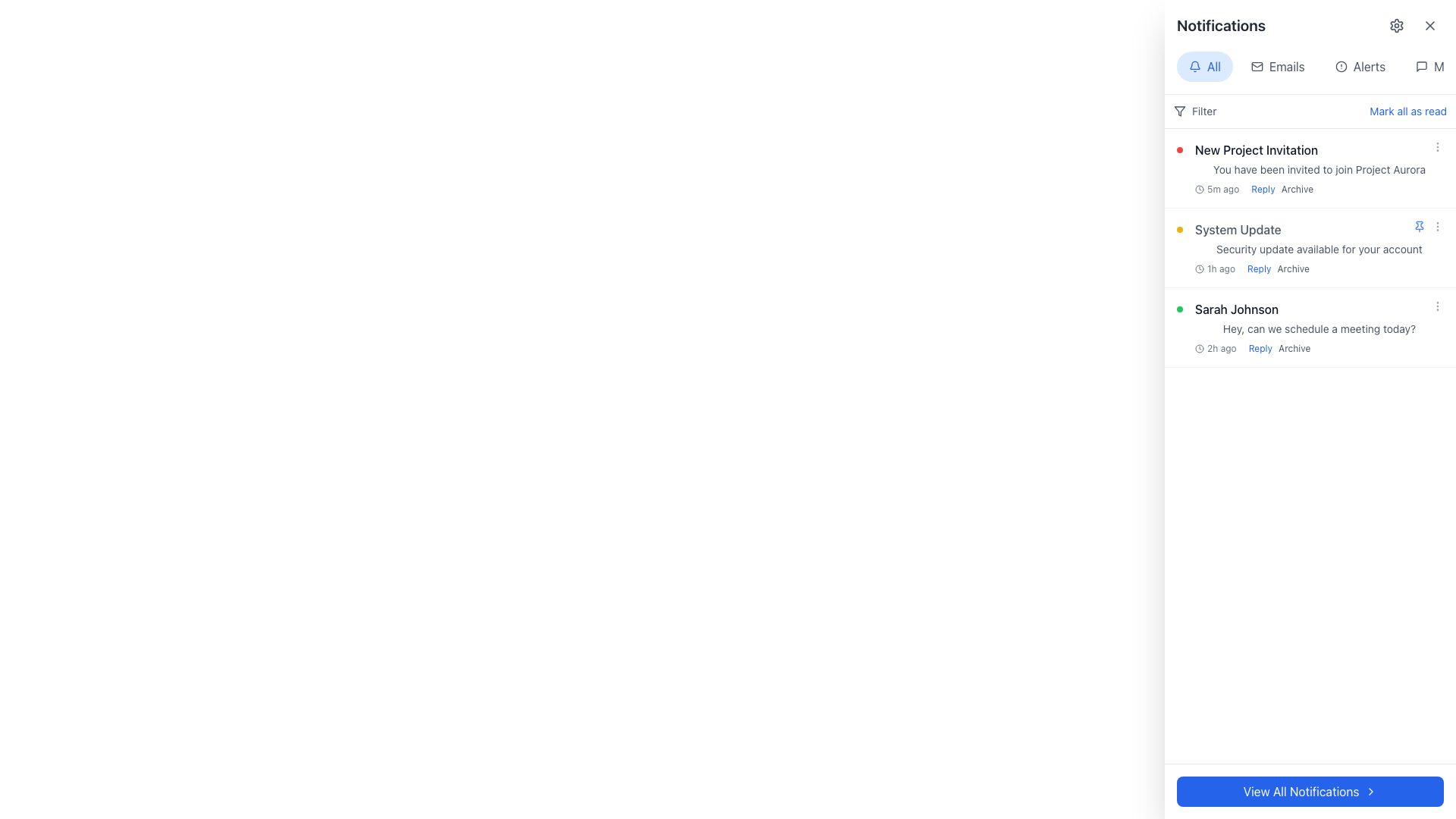 This screenshot has height=819, width=1456. Describe the element at coordinates (1296, 189) in the screenshot. I see `the second interactive text label in the notification list for the 'New Project Invitation' to change its color and indicate interactivity` at that location.